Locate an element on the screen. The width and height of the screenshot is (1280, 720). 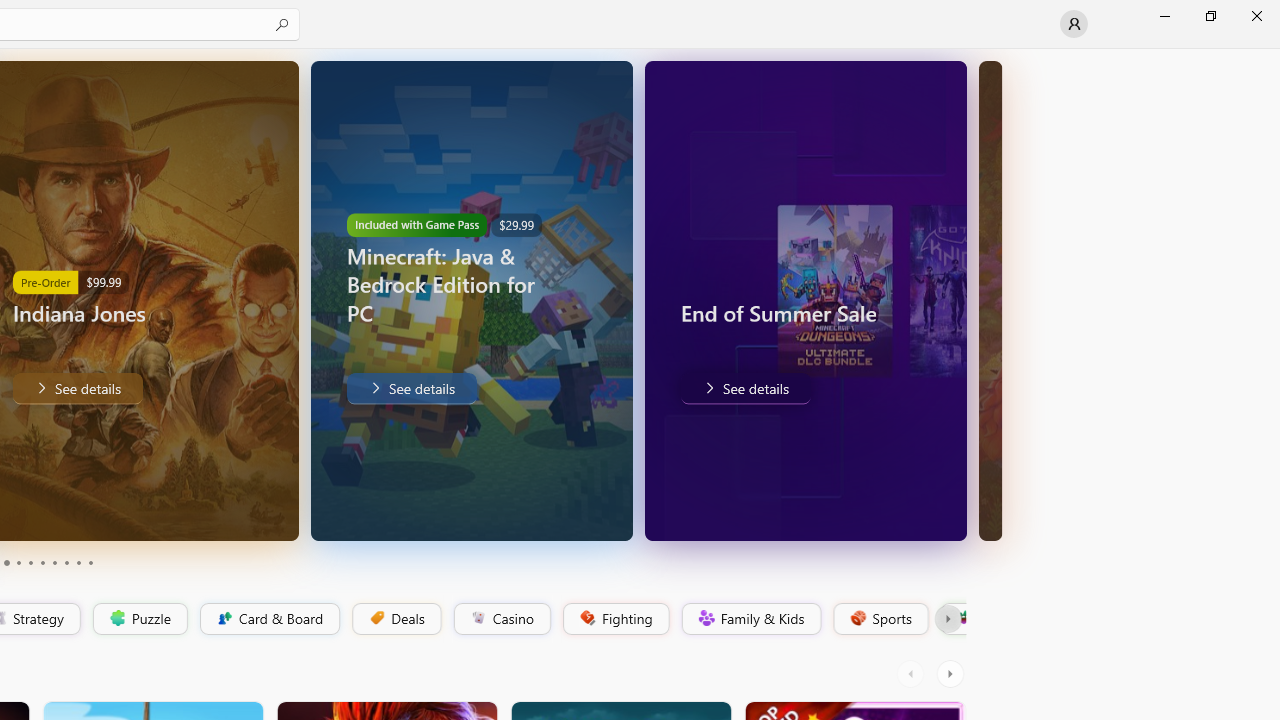
'Card & Board' is located at coordinates (267, 618).